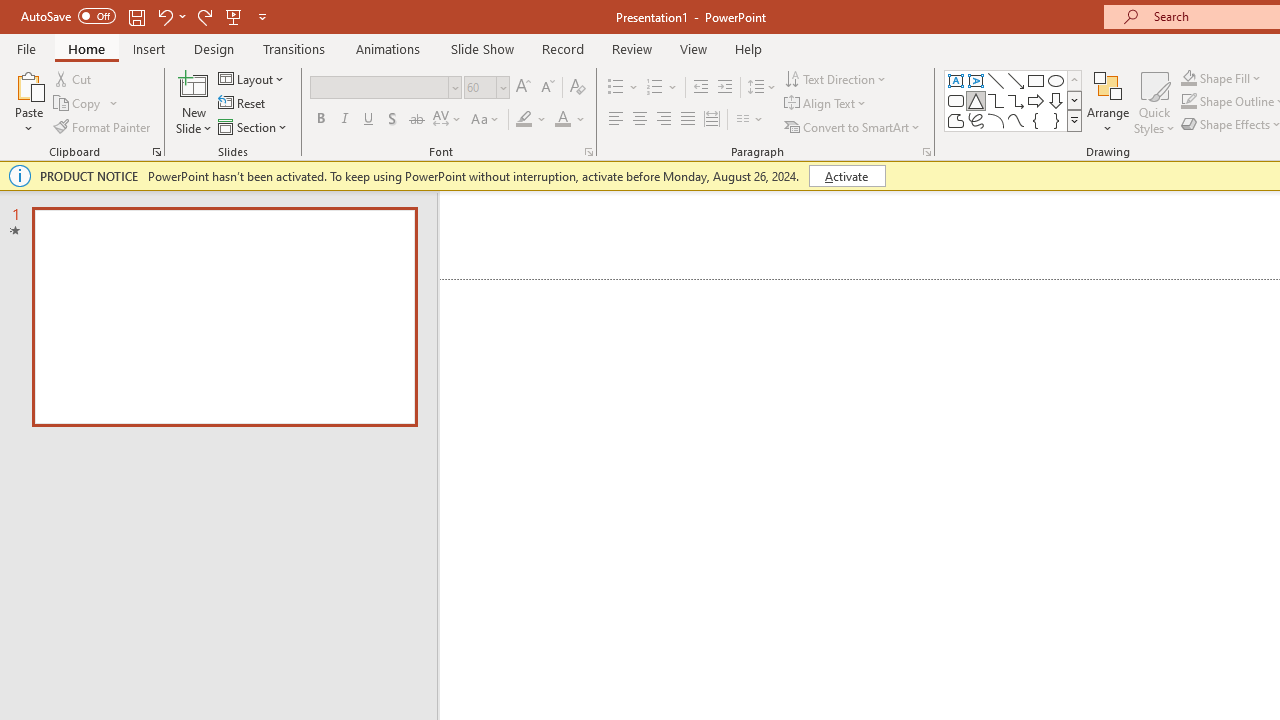 The image size is (1280, 720). Describe the element at coordinates (385, 86) in the screenshot. I see `'Font'` at that location.